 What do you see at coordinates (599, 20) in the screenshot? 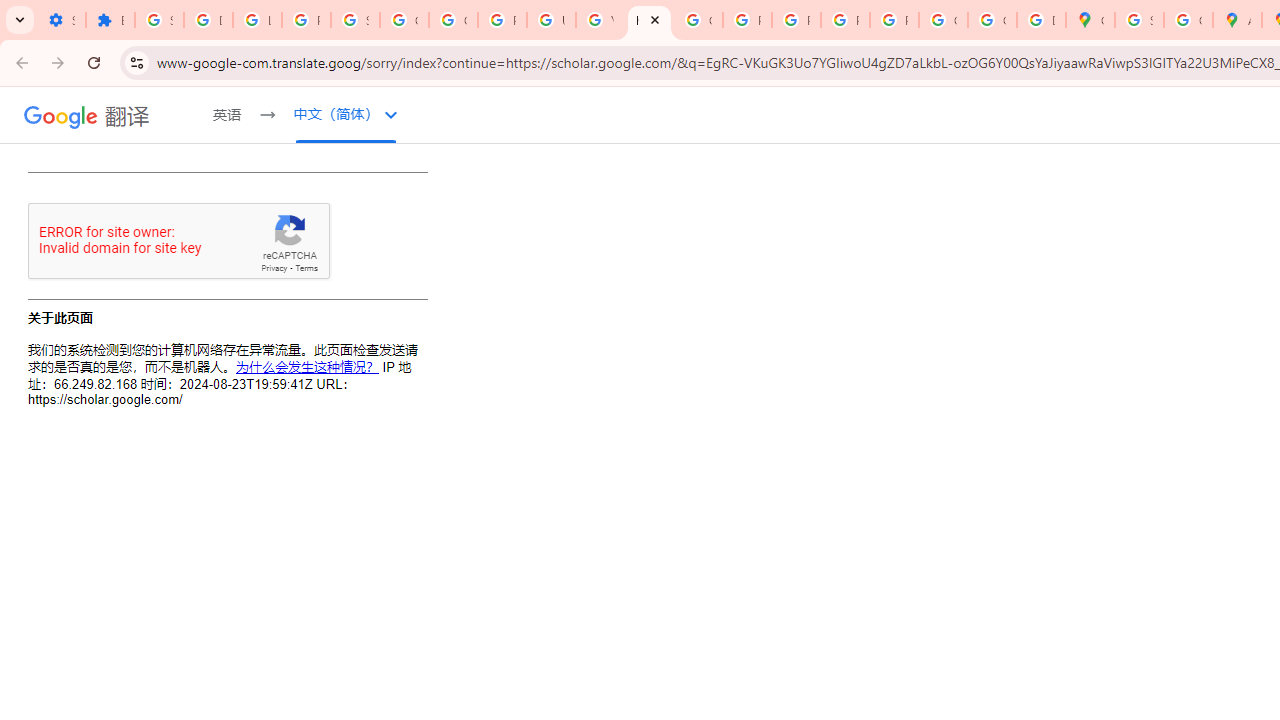
I see `'YouTube'` at bounding box center [599, 20].